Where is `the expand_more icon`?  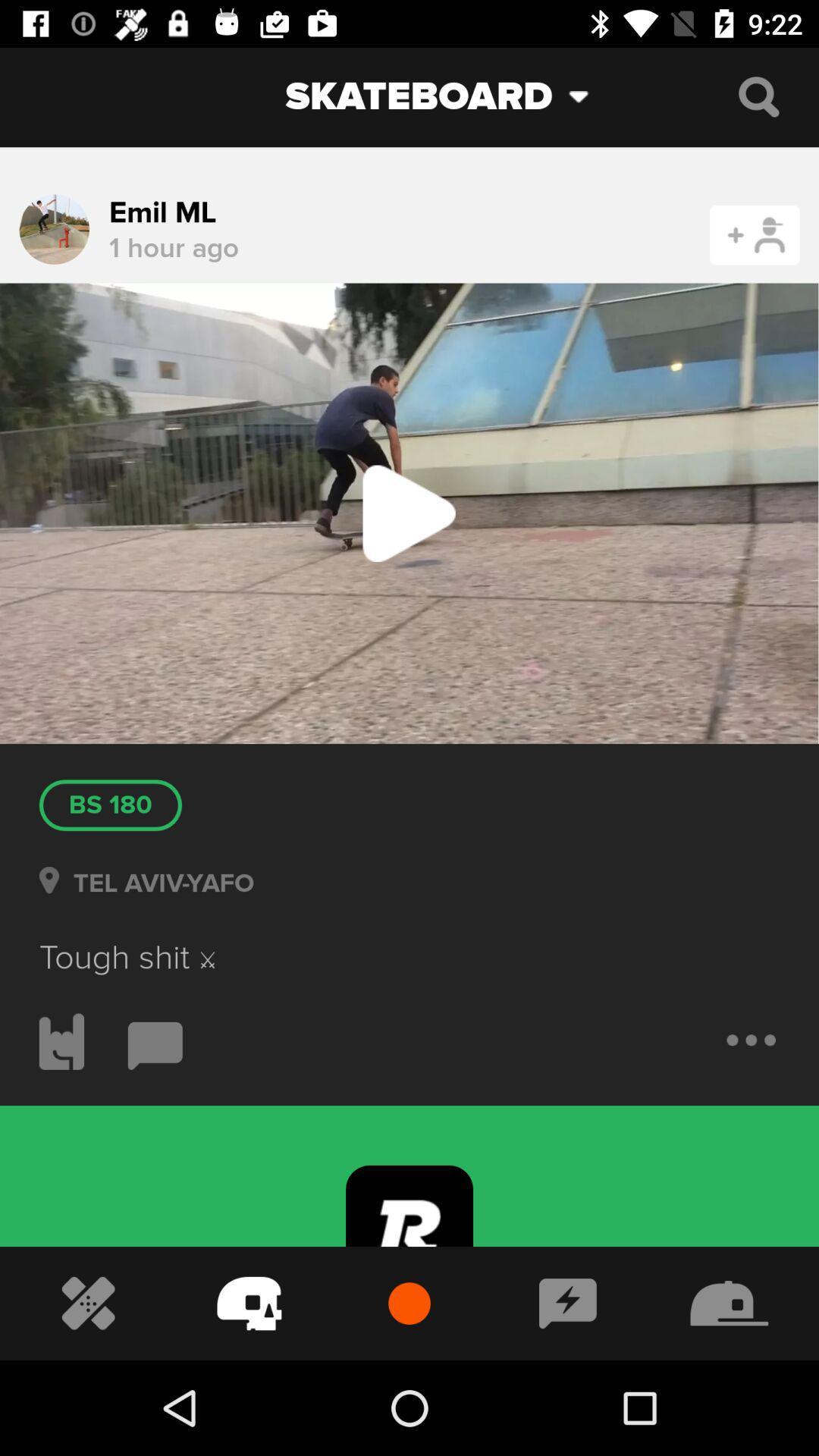
the expand_more icon is located at coordinates (589, 96).